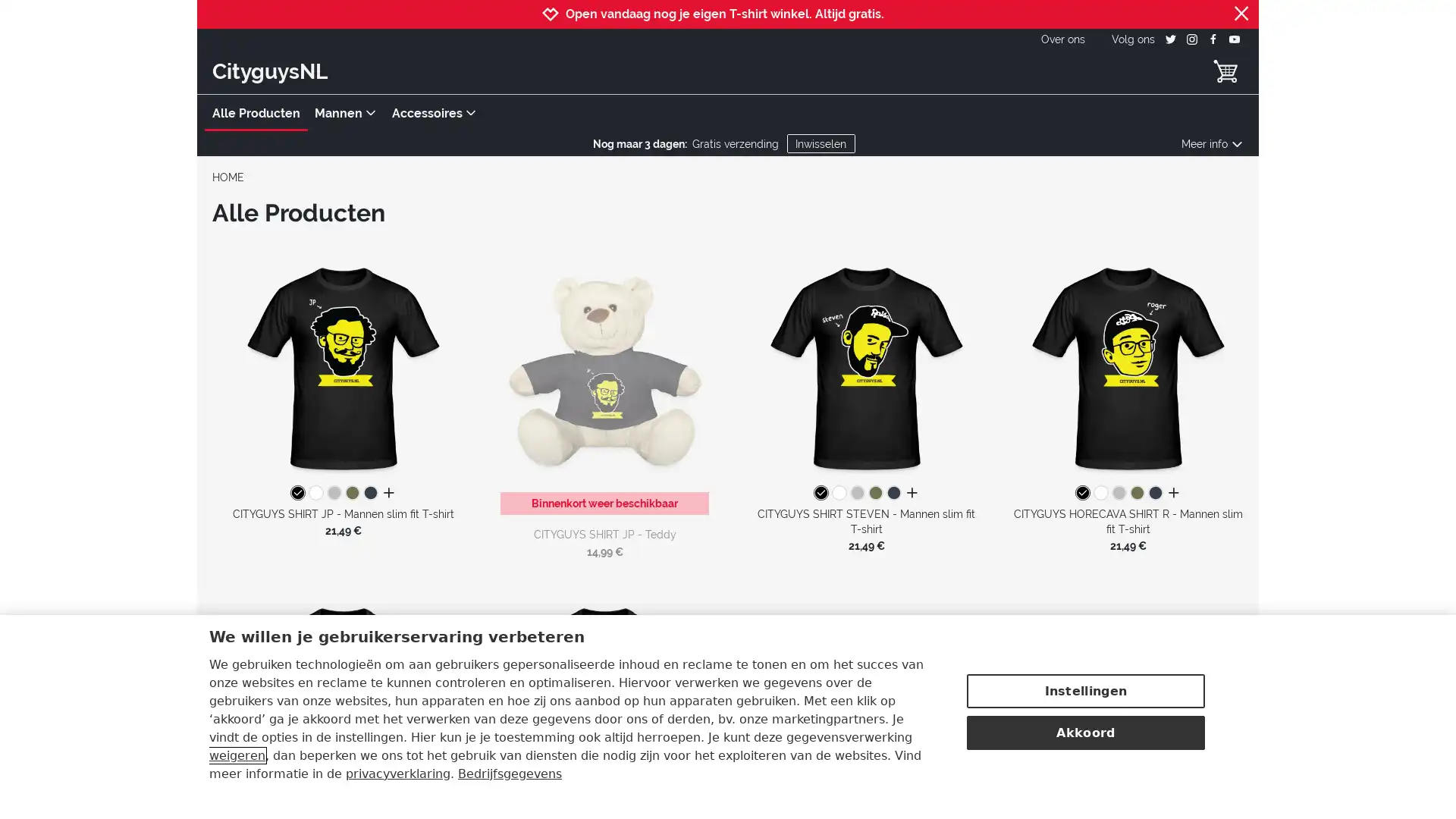 Image resolution: width=1456 pixels, height=819 pixels. I want to click on CITYGUYS HORECAVA SHIRT R - Mannen slim fit T-shirt, so click(1128, 366).